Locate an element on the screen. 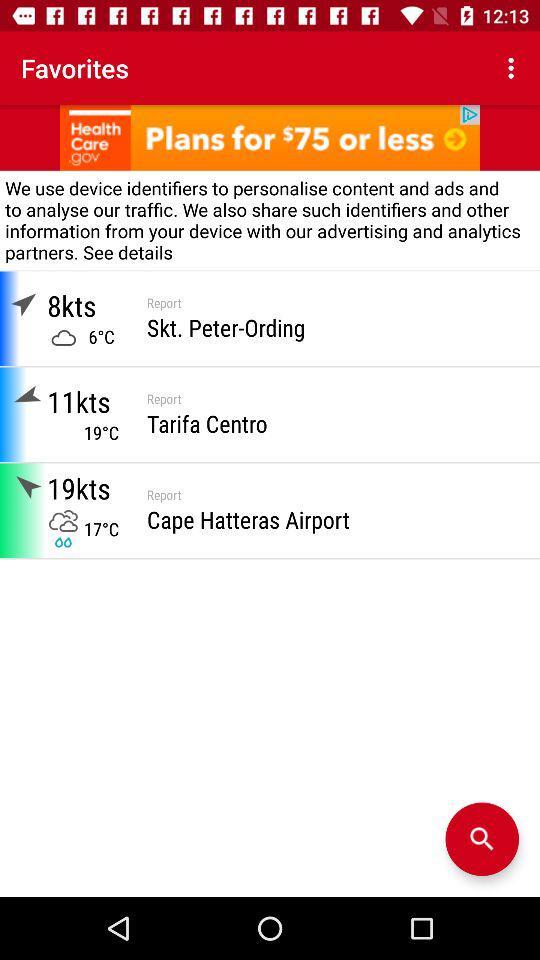 Image resolution: width=540 pixels, height=960 pixels. search on the app is located at coordinates (481, 839).